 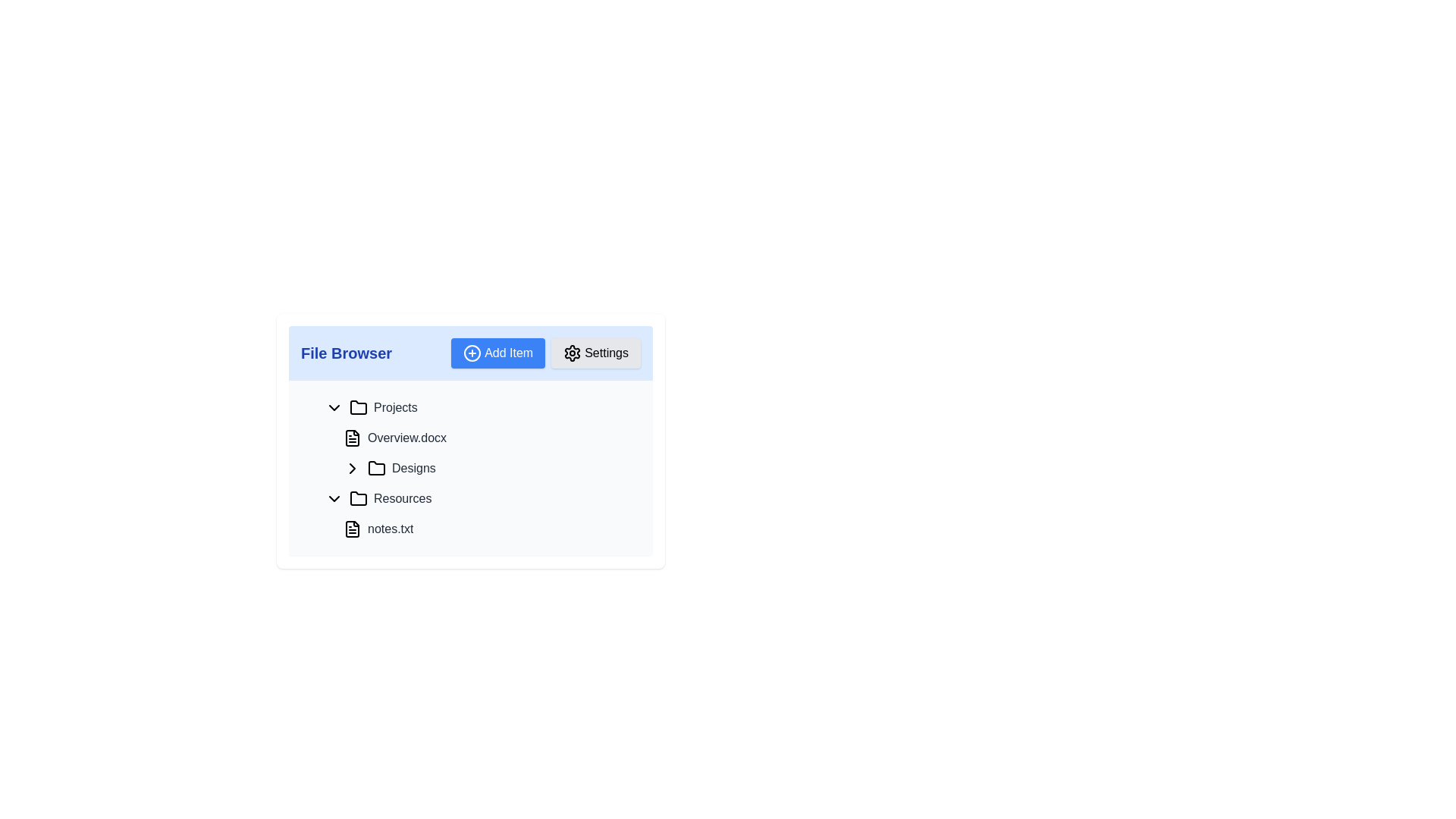 What do you see at coordinates (334, 406) in the screenshot?
I see `the downward-pointing chevron icon located to the far left of the 'Projects' label` at bounding box center [334, 406].